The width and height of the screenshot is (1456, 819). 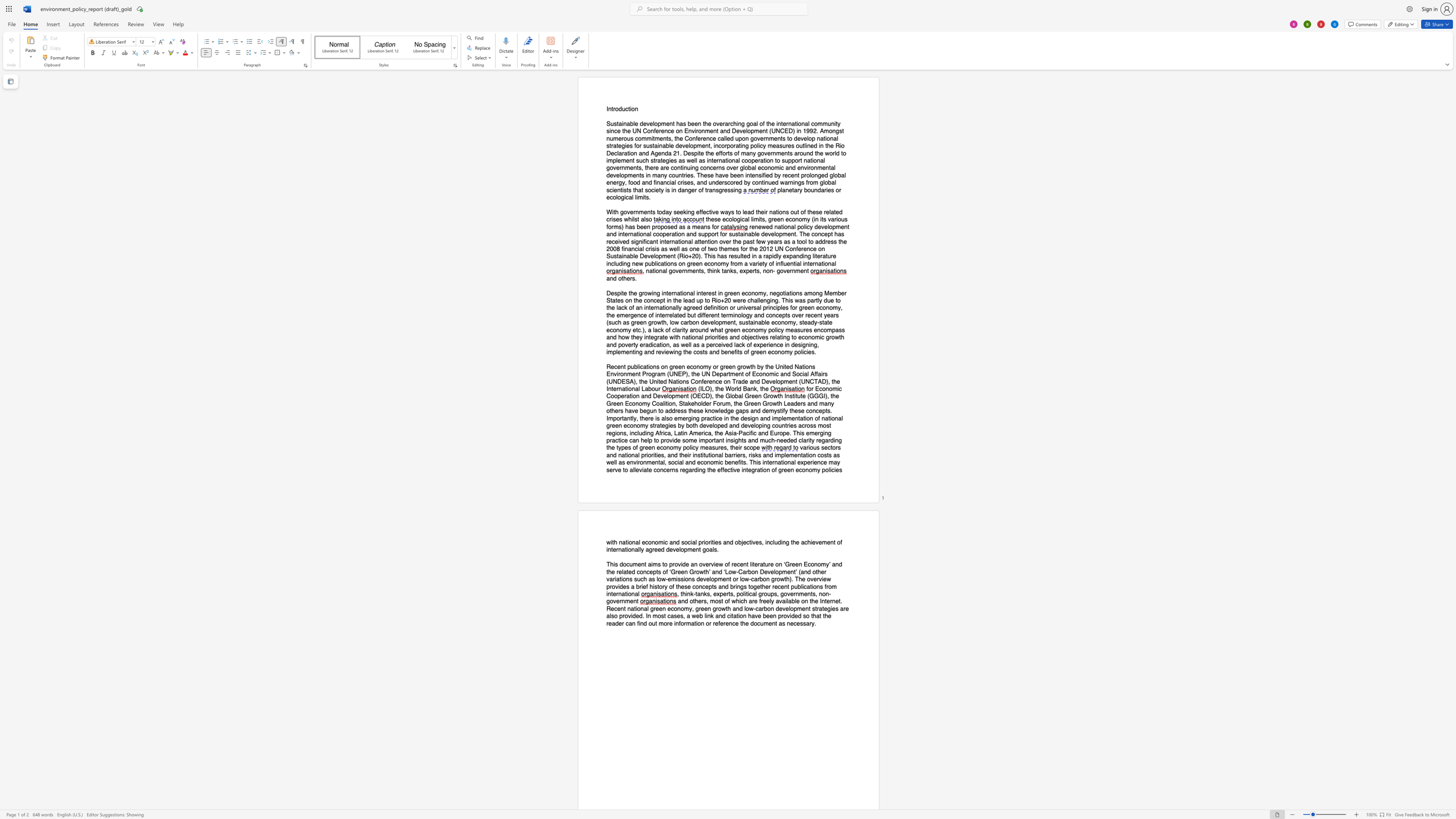 I want to click on the 5th character "o" in the text, so click(x=649, y=189).